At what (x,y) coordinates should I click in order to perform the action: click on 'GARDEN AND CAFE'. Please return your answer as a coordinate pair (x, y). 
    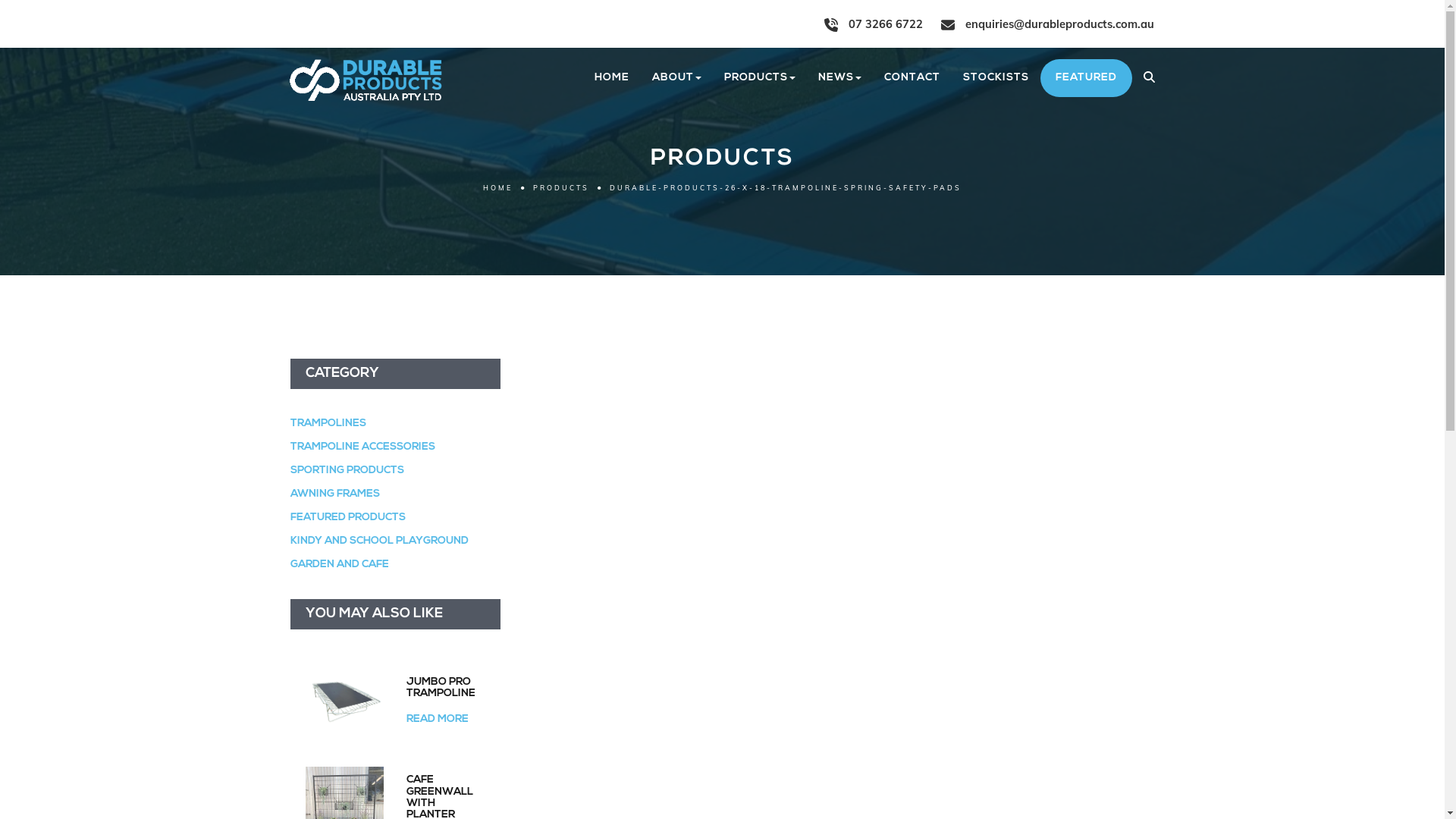
    Looking at the image, I should click on (290, 564).